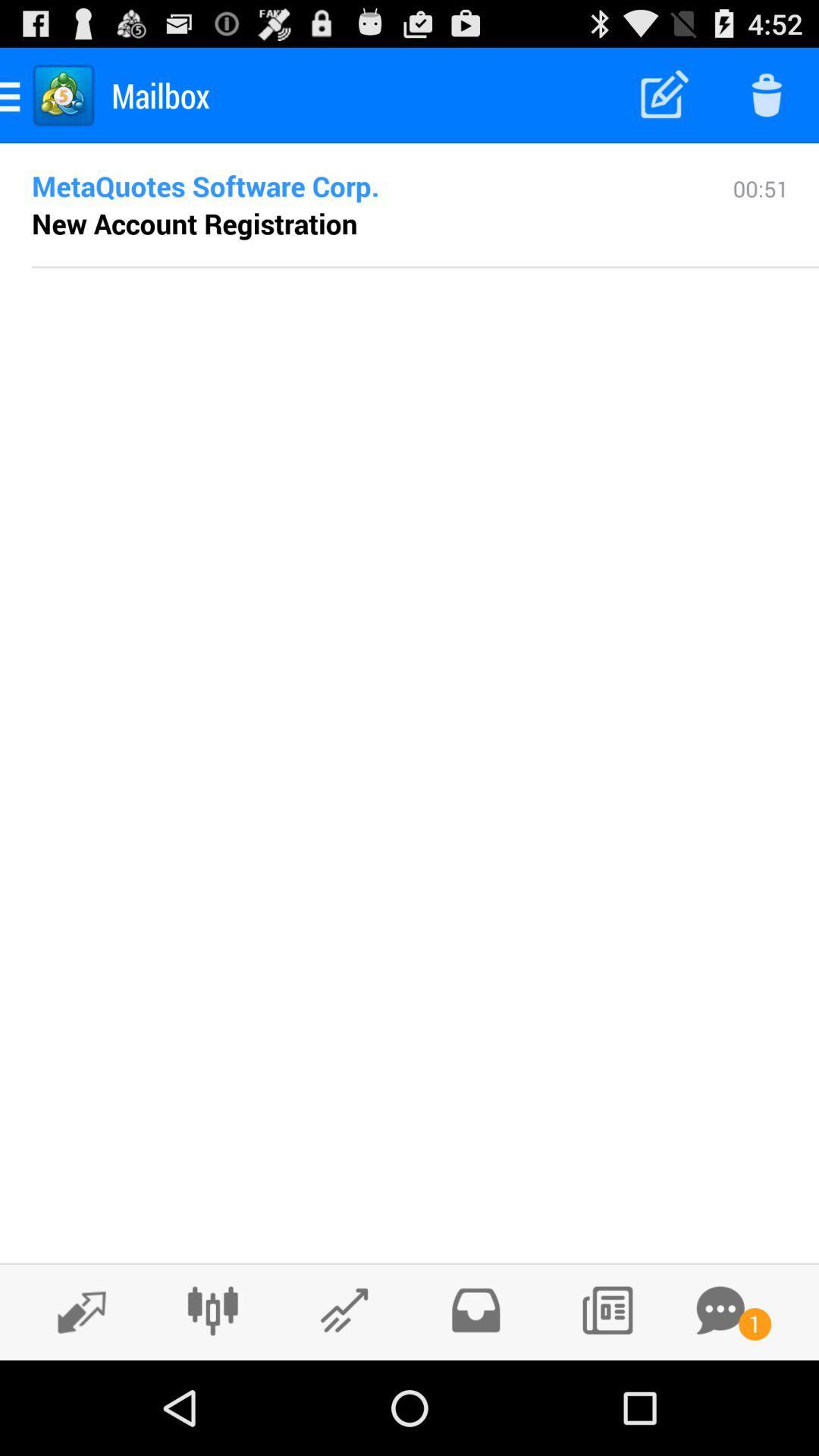 The height and width of the screenshot is (1456, 819). Describe the element at coordinates (193, 222) in the screenshot. I see `new account registration` at that location.